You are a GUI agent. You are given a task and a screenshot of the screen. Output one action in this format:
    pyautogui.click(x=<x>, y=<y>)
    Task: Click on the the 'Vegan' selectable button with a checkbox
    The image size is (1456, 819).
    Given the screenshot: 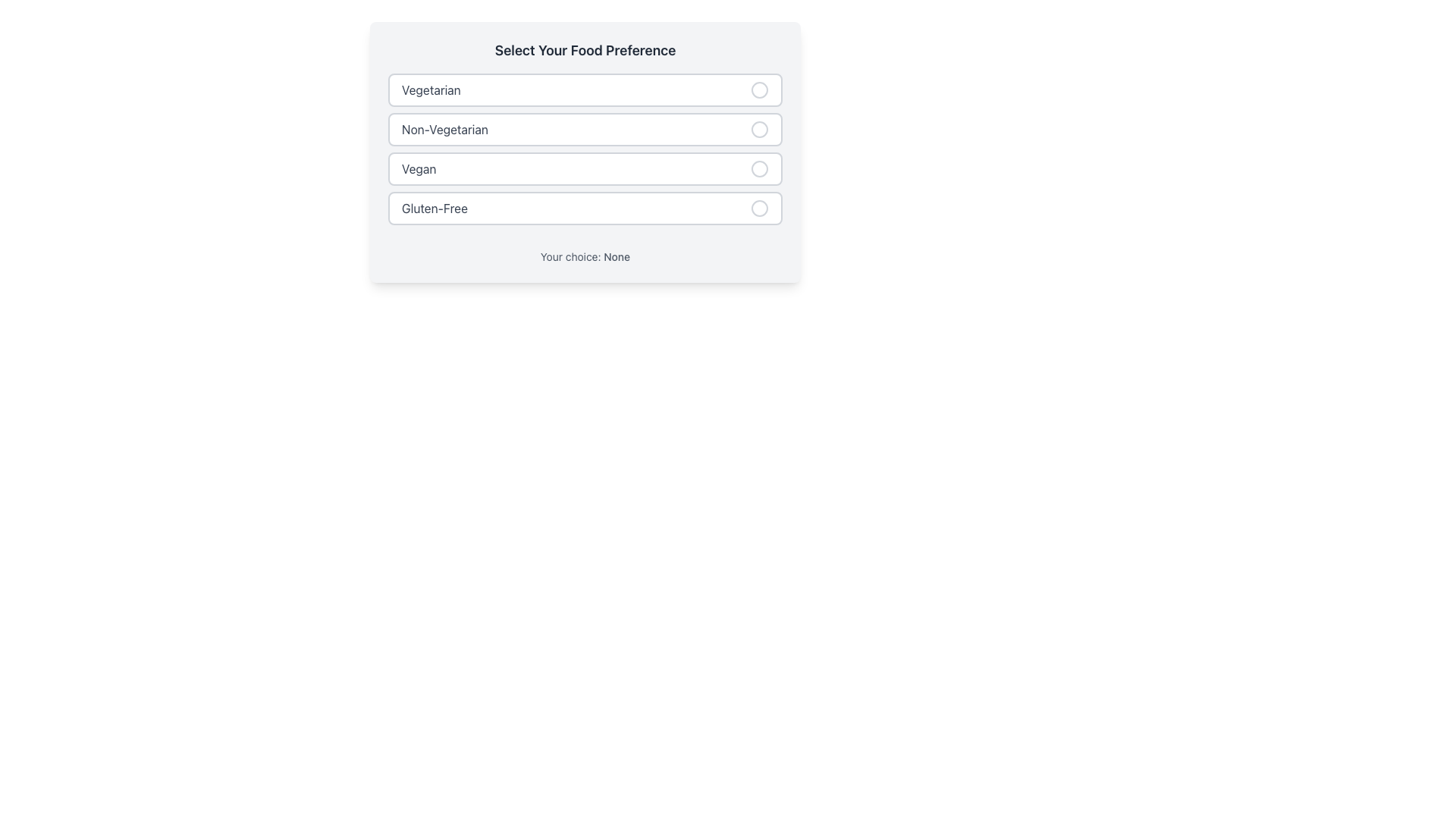 What is the action you would take?
    pyautogui.click(x=585, y=169)
    